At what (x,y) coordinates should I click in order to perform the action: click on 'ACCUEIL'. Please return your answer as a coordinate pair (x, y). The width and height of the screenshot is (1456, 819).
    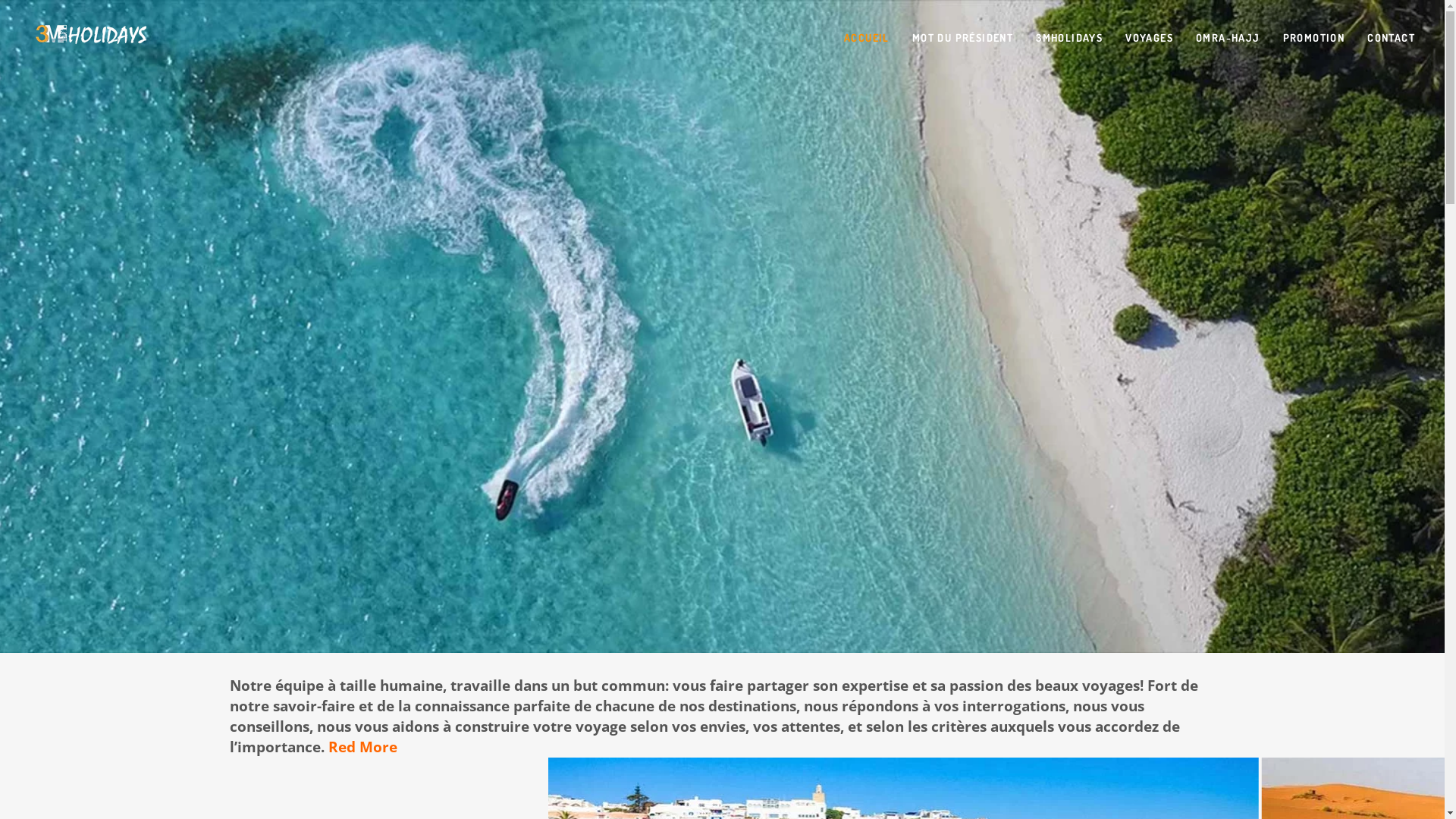
    Looking at the image, I should click on (866, 37).